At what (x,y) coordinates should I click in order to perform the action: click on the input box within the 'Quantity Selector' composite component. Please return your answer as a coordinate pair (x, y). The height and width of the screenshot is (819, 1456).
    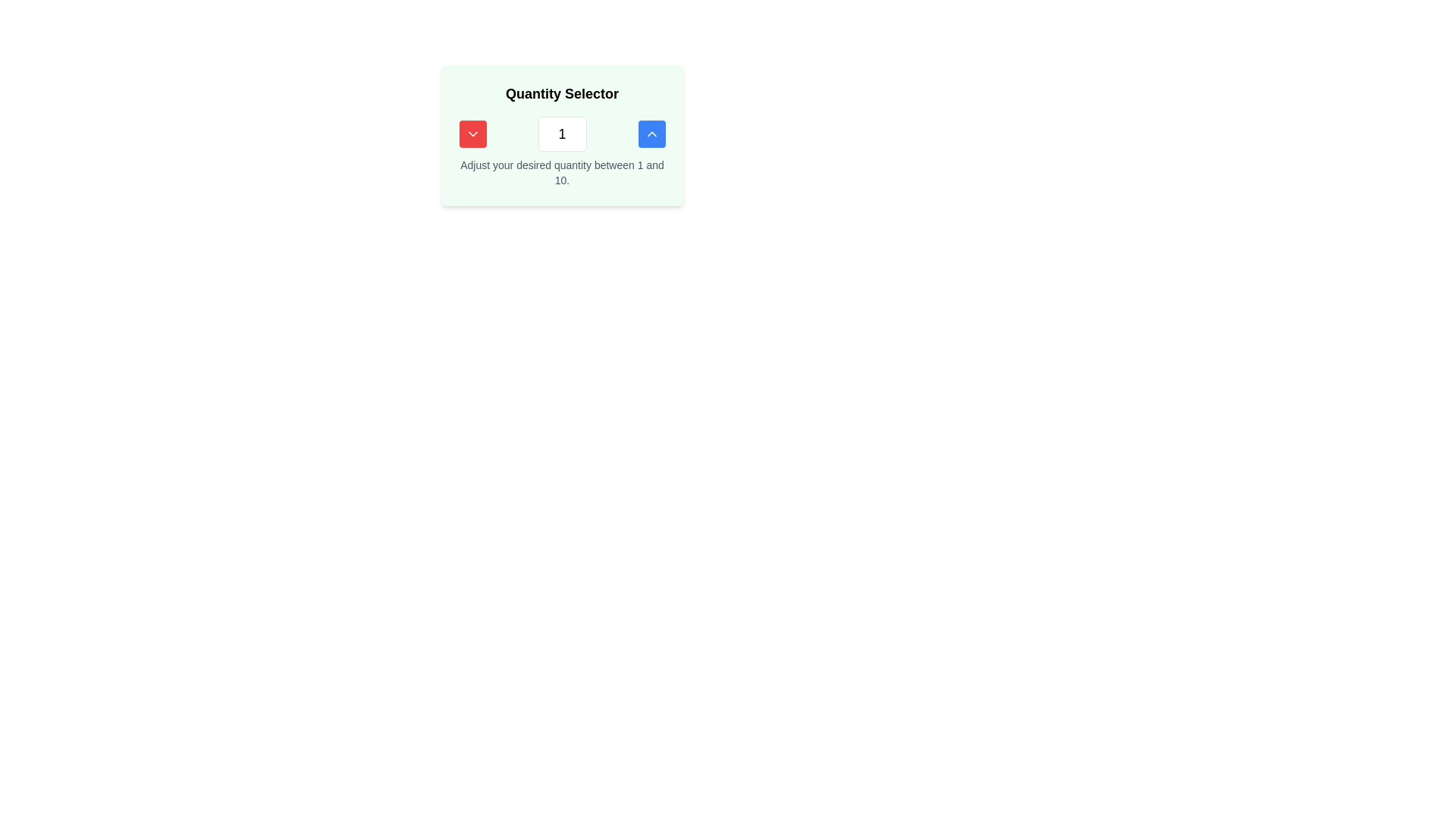
    Looking at the image, I should click on (561, 134).